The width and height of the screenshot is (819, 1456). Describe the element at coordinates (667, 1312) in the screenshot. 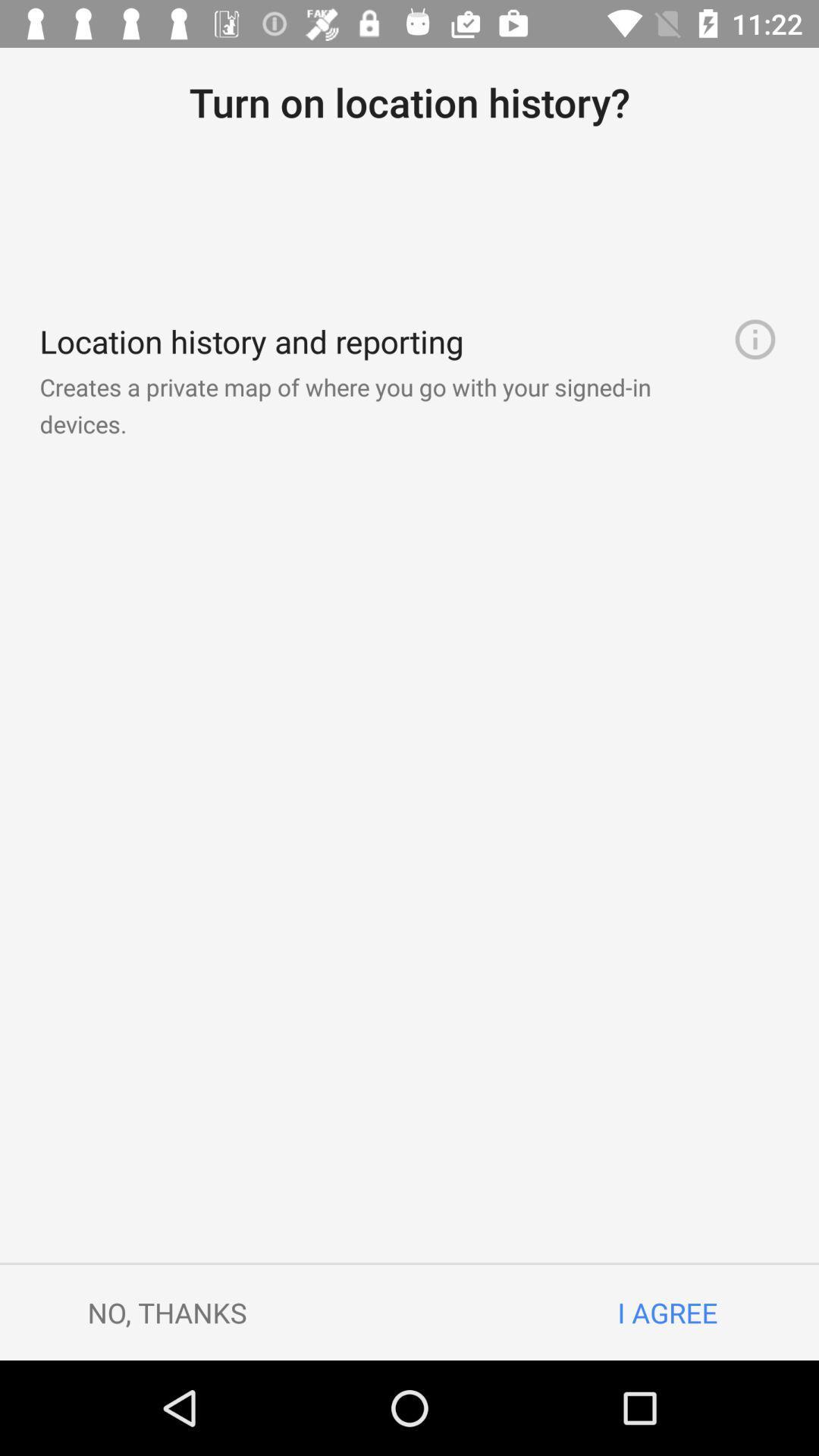

I see `i agree item` at that location.